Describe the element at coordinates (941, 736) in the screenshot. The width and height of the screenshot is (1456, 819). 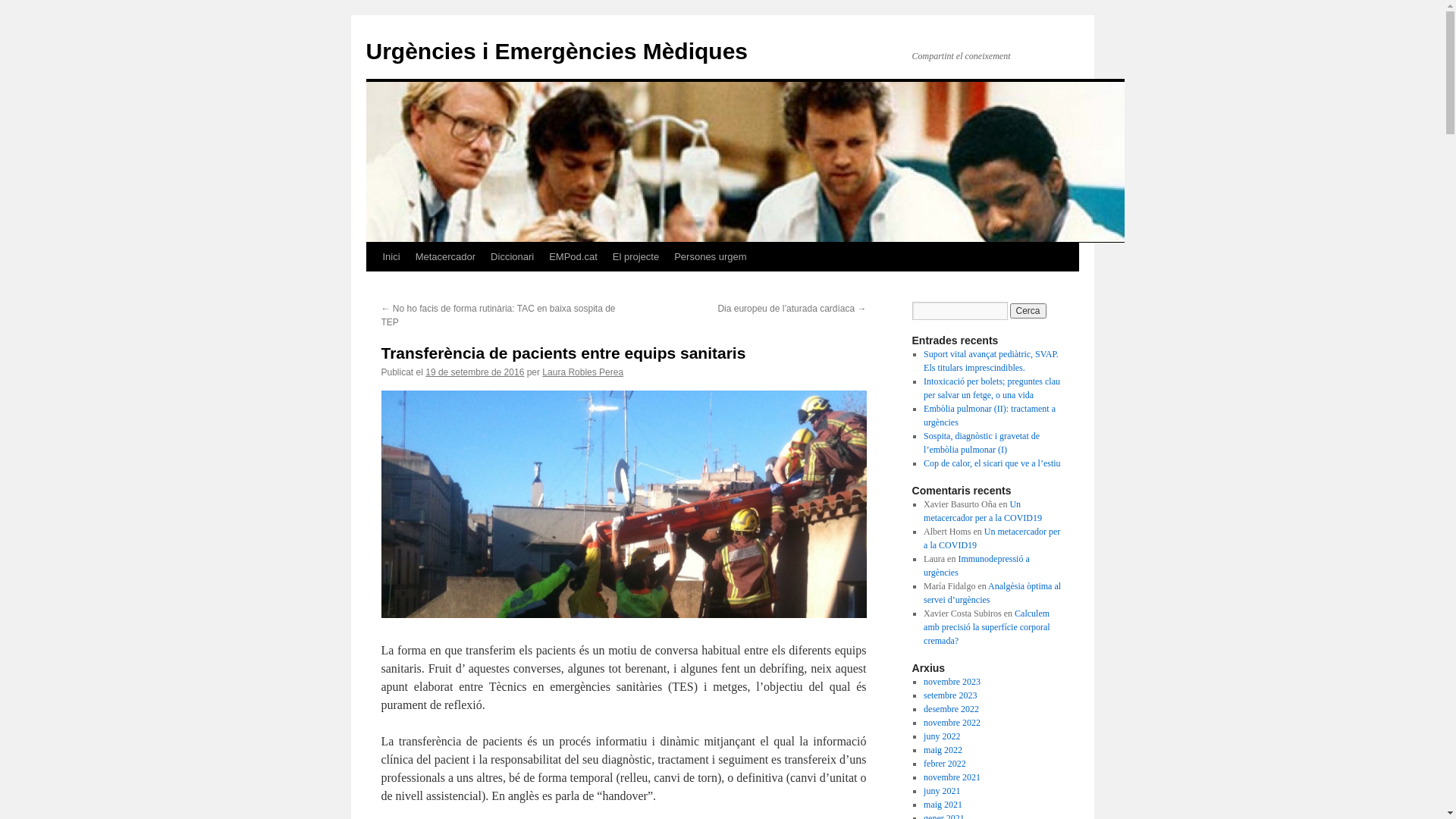
I see `'juny 2022'` at that location.